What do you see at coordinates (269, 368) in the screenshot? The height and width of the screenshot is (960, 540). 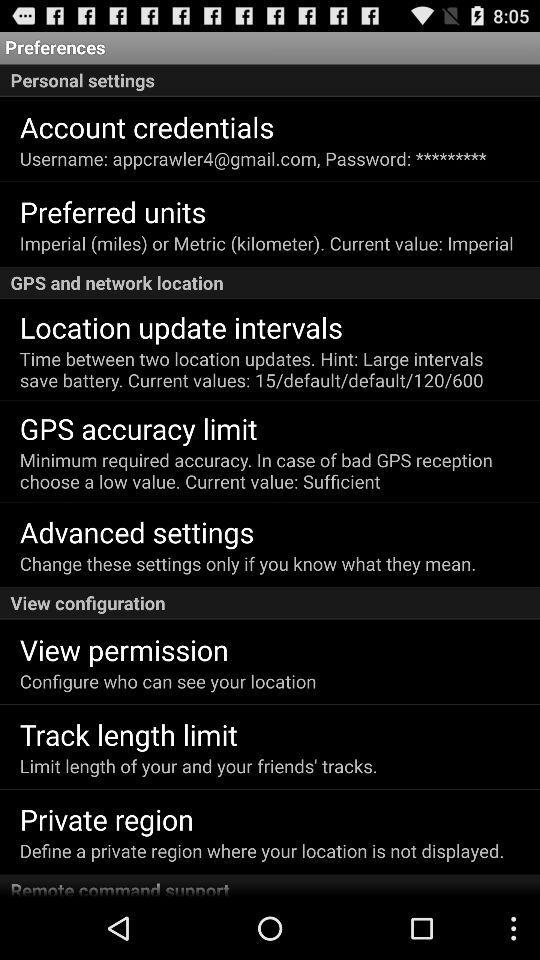 I see `item below the location update intervals icon` at bounding box center [269, 368].